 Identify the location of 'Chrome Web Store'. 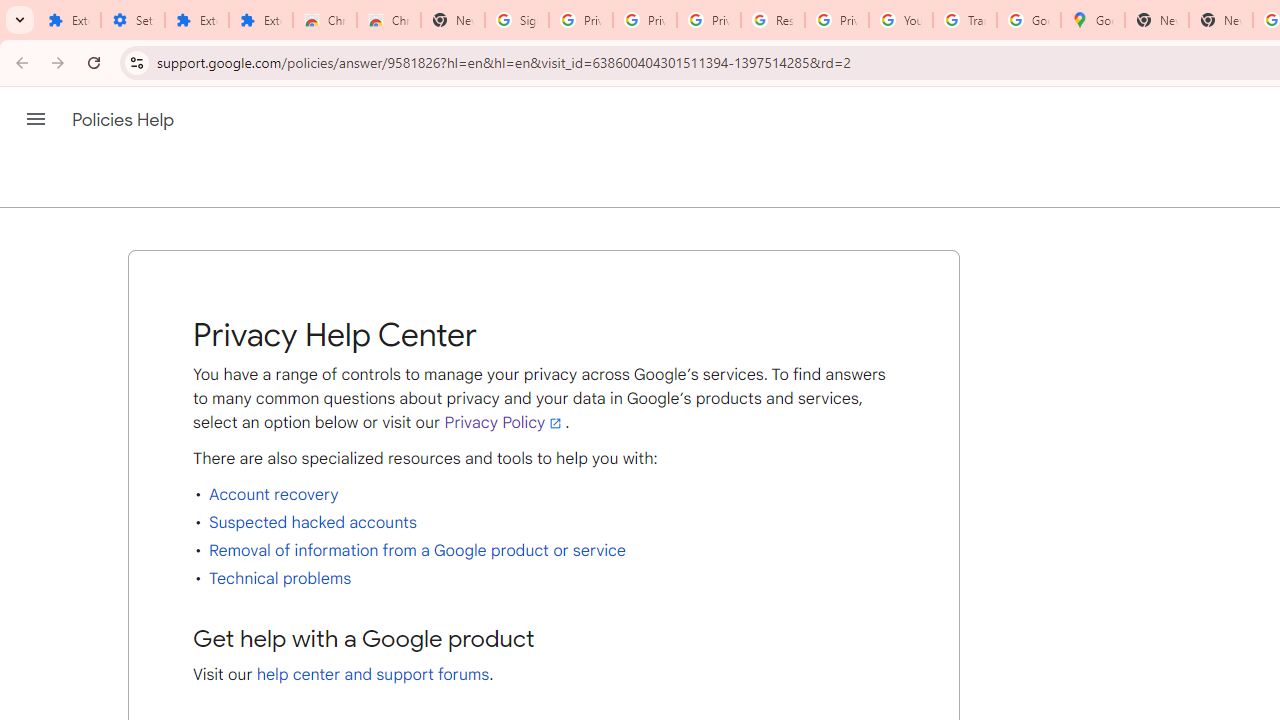
(325, 20).